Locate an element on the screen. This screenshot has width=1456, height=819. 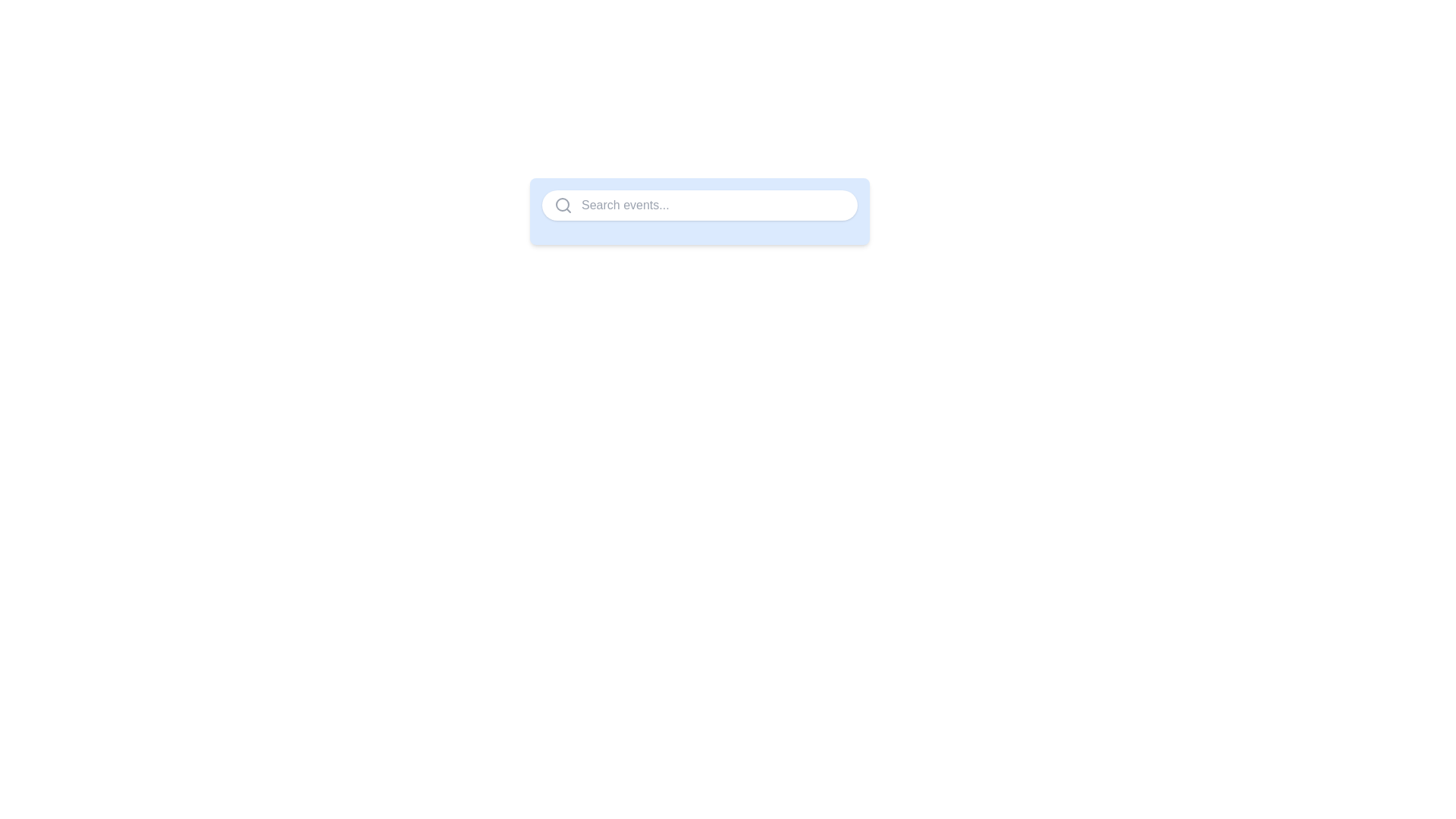
the pill-shaped search bar by dragging to utilize its potential drag-and-drop features is located at coordinates (698, 211).